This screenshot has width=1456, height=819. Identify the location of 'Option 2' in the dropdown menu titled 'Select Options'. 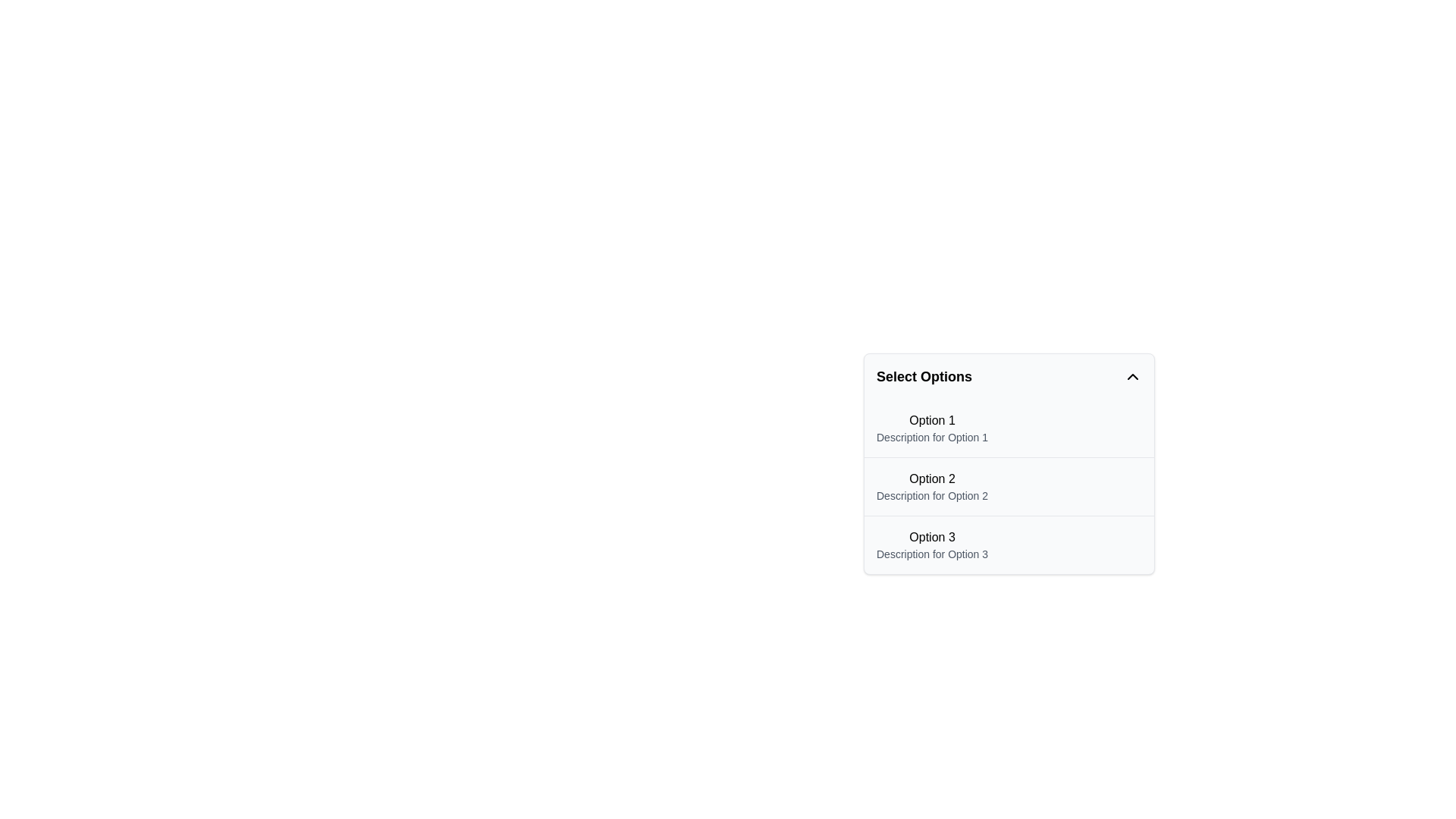
(1009, 463).